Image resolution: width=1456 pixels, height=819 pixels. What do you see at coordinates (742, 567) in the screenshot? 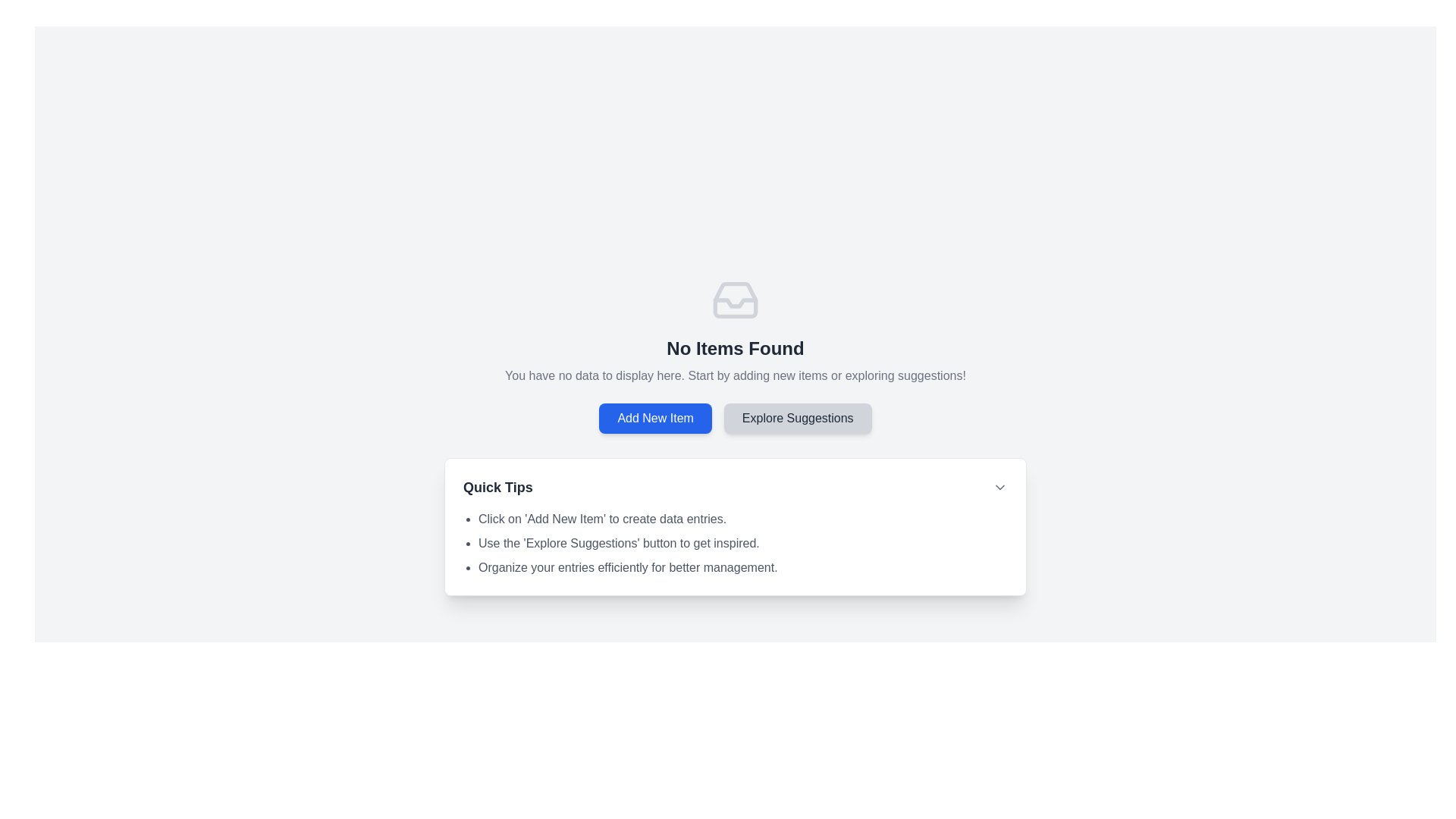
I see `the label displaying 'Organize your entries efficiently for better management.' which is the last item in the bulleted list under the 'Quick Tips' heading` at bounding box center [742, 567].